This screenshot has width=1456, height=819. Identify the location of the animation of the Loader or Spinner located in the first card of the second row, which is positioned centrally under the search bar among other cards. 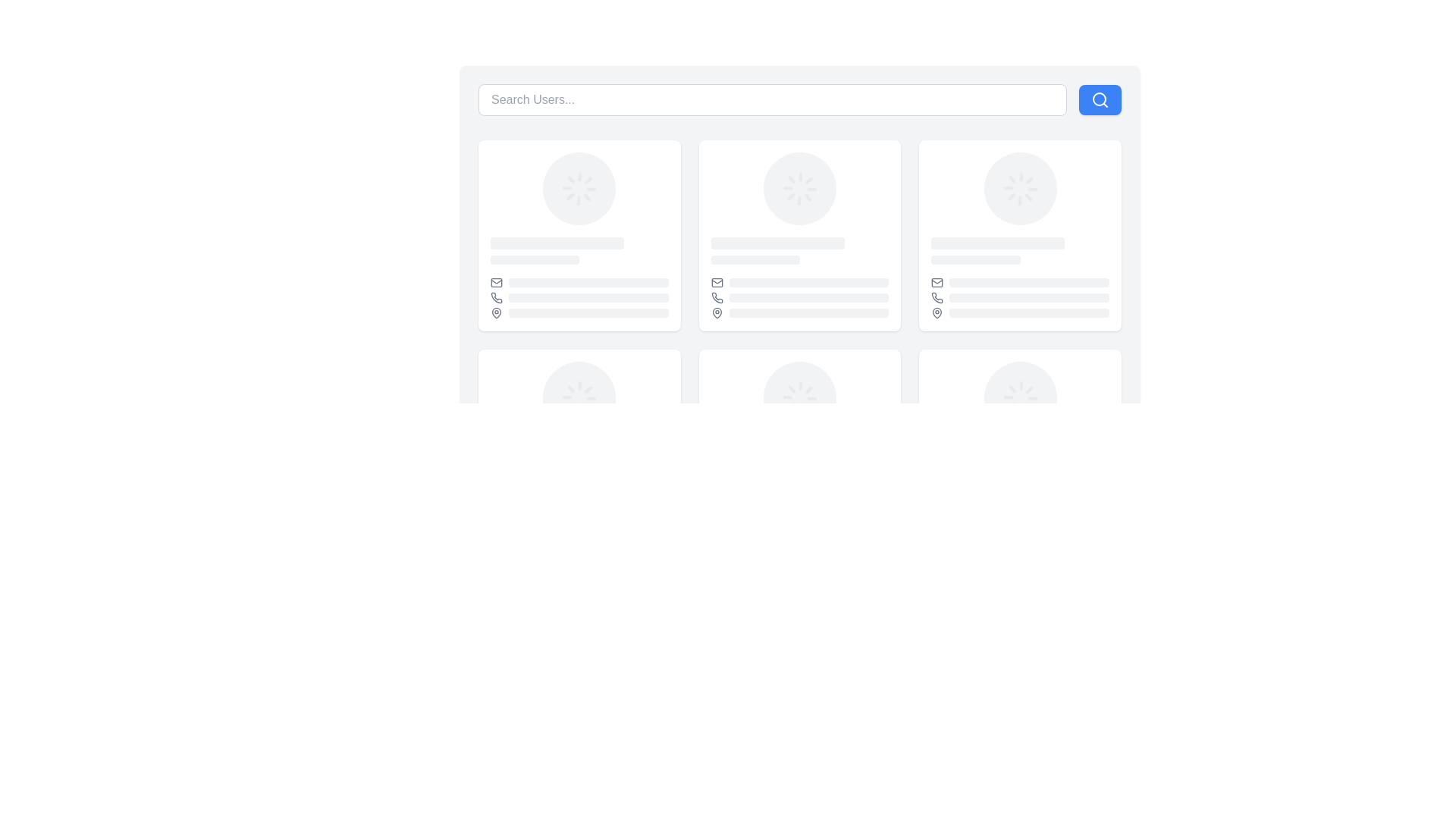
(799, 188).